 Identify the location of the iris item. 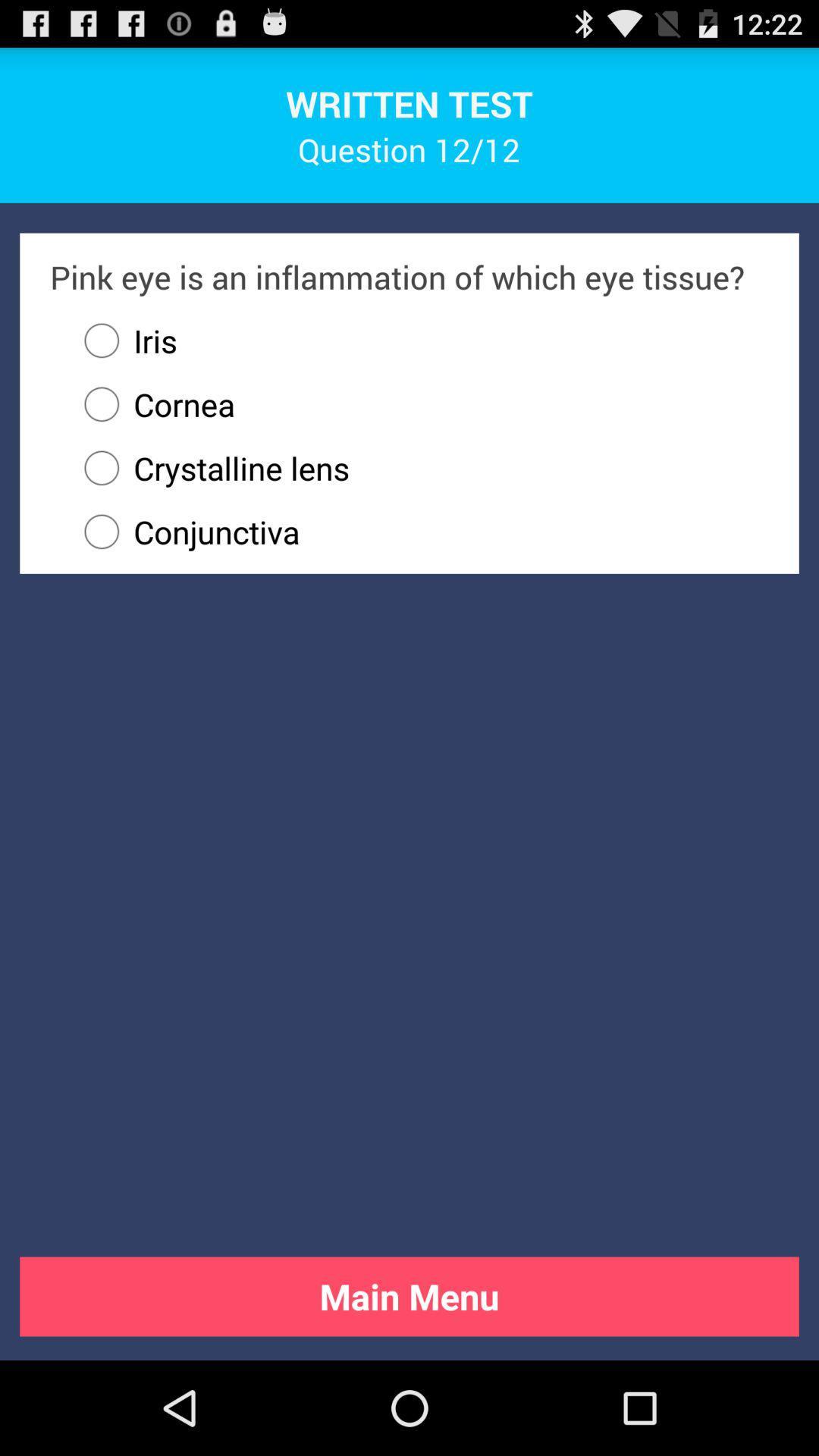
(123, 340).